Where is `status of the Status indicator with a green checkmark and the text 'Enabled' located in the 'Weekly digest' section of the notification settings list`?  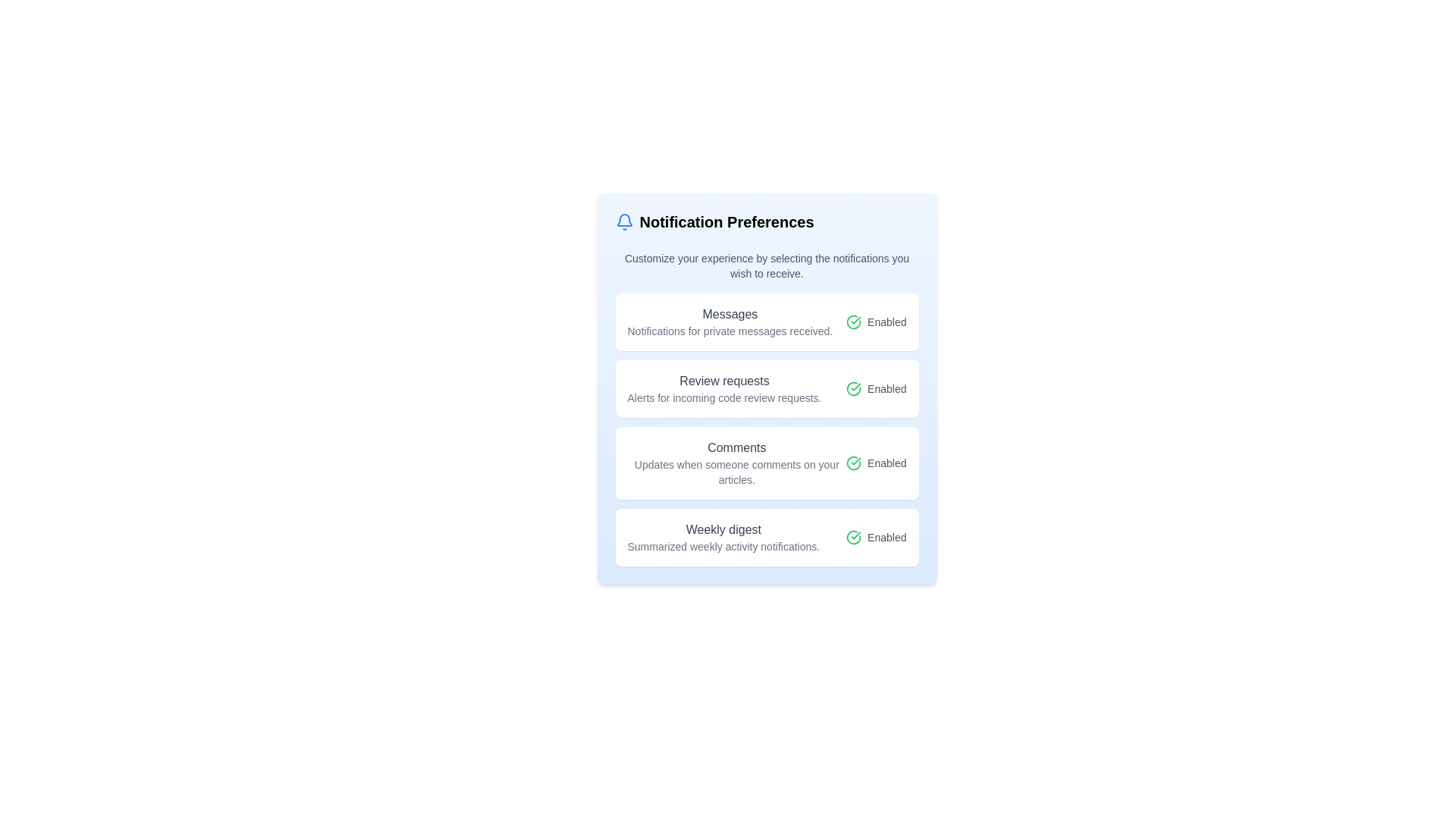
status of the Status indicator with a green checkmark and the text 'Enabled' located in the 'Weekly digest' section of the notification settings list is located at coordinates (876, 537).